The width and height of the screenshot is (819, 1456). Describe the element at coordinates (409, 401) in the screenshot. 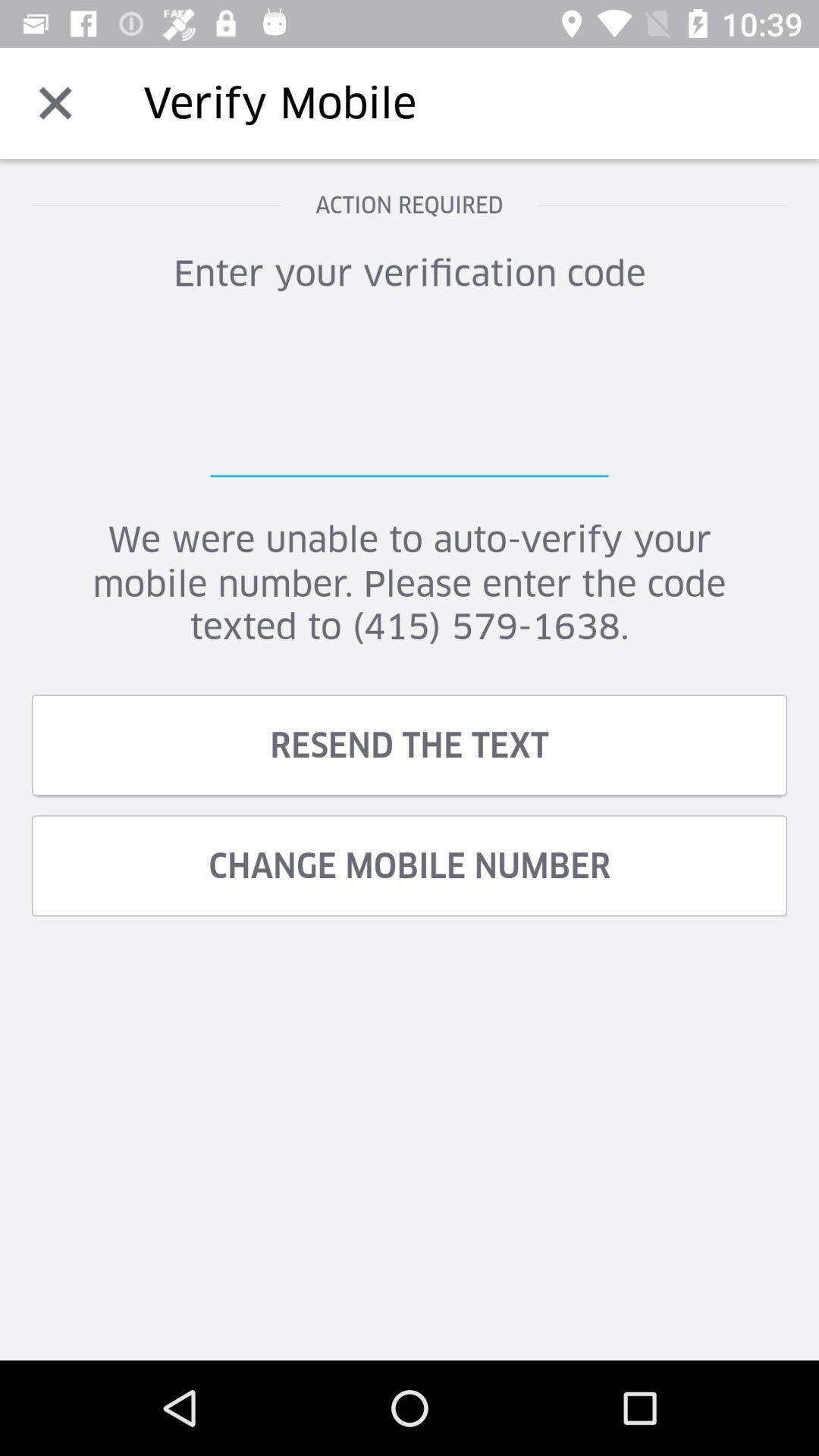

I see `verification code` at that location.